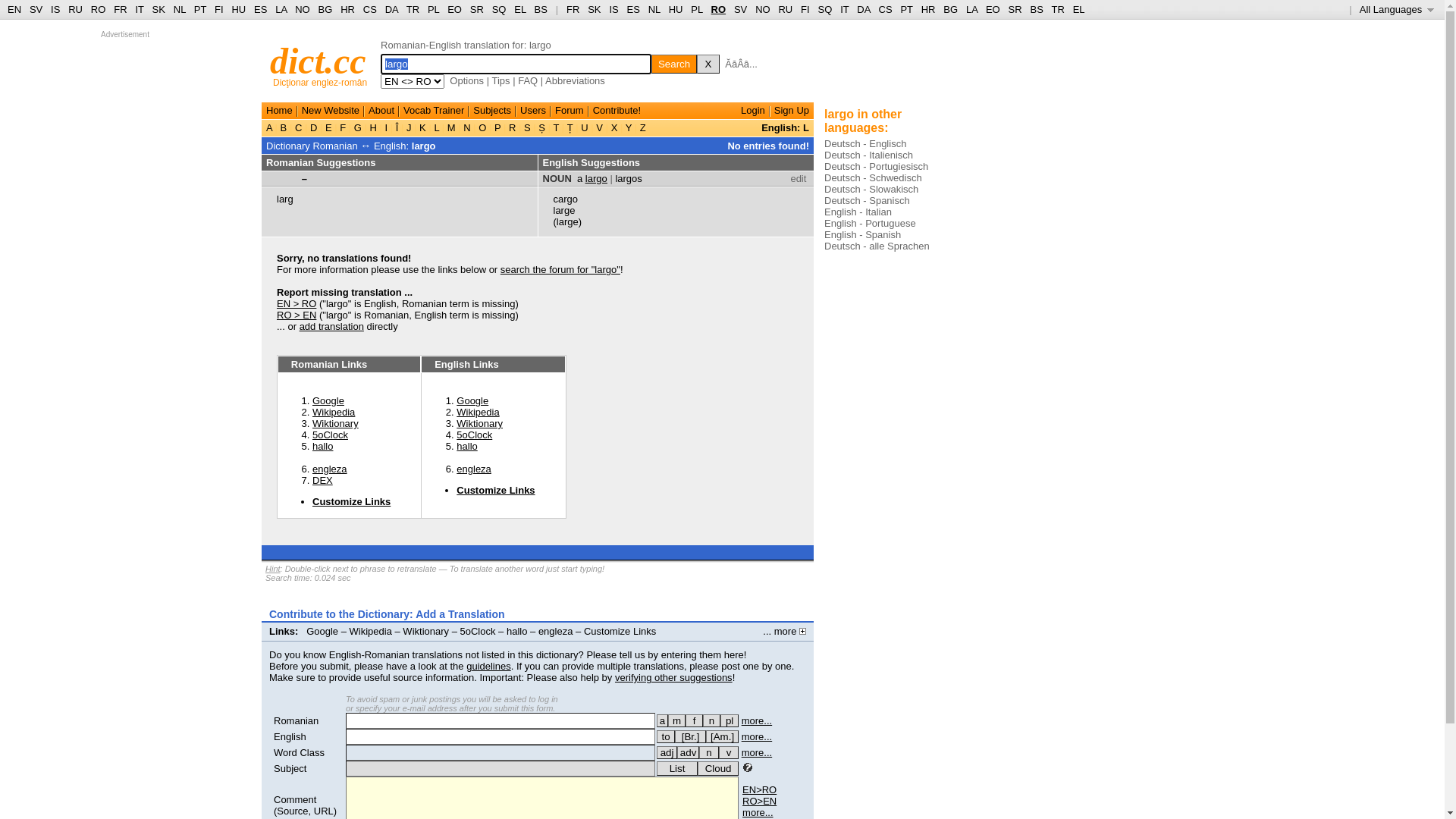  Describe the element at coordinates (823, 188) in the screenshot. I see `'Deutsch - Slowakisch'` at that location.